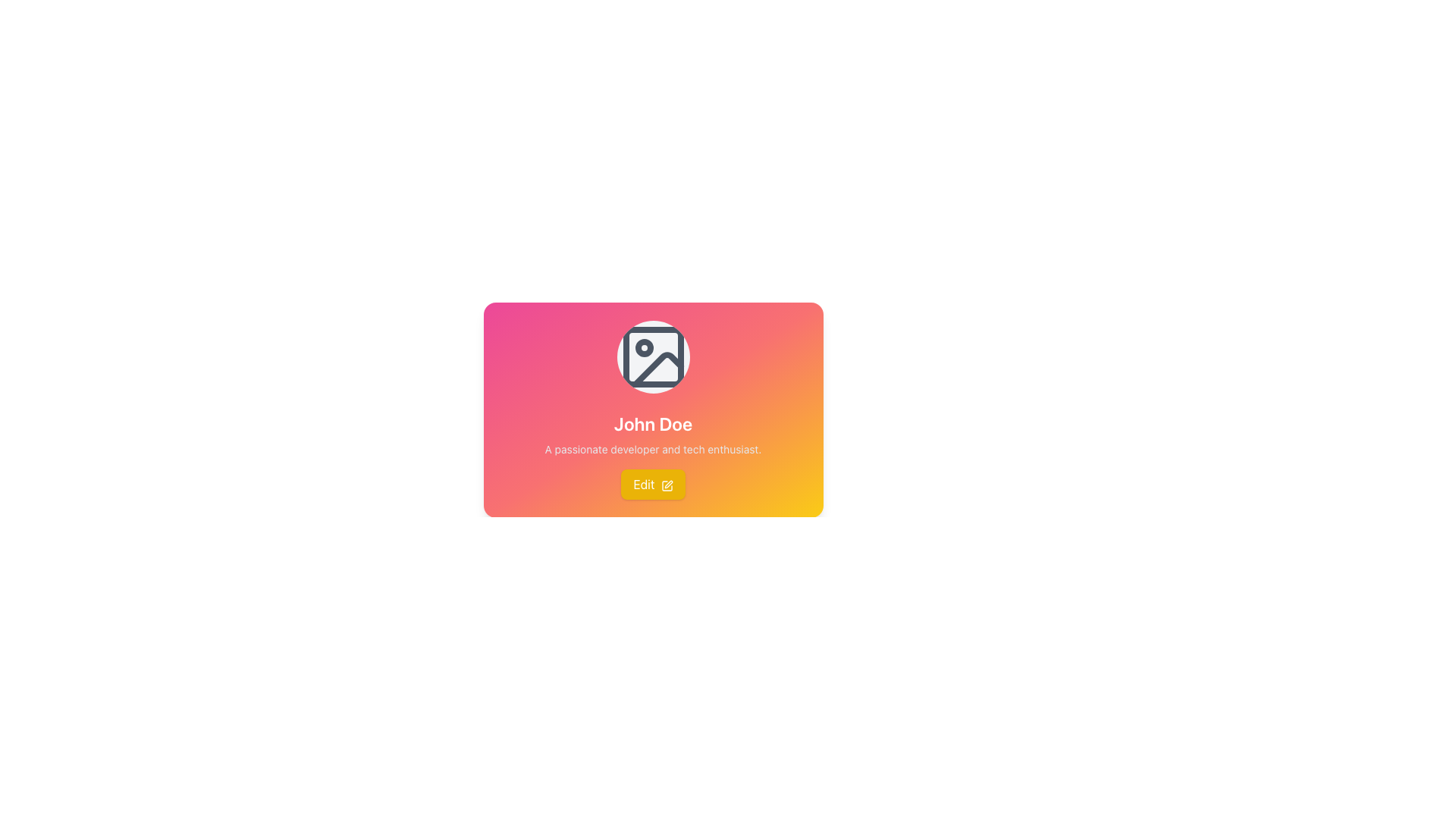 This screenshot has width=1456, height=819. What do you see at coordinates (667, 485) in the screenshot?
I see `the decorative pen icon located within the yellow 'Edit' button at the bottom of the user's profile card` at bounding box center [667, 485].